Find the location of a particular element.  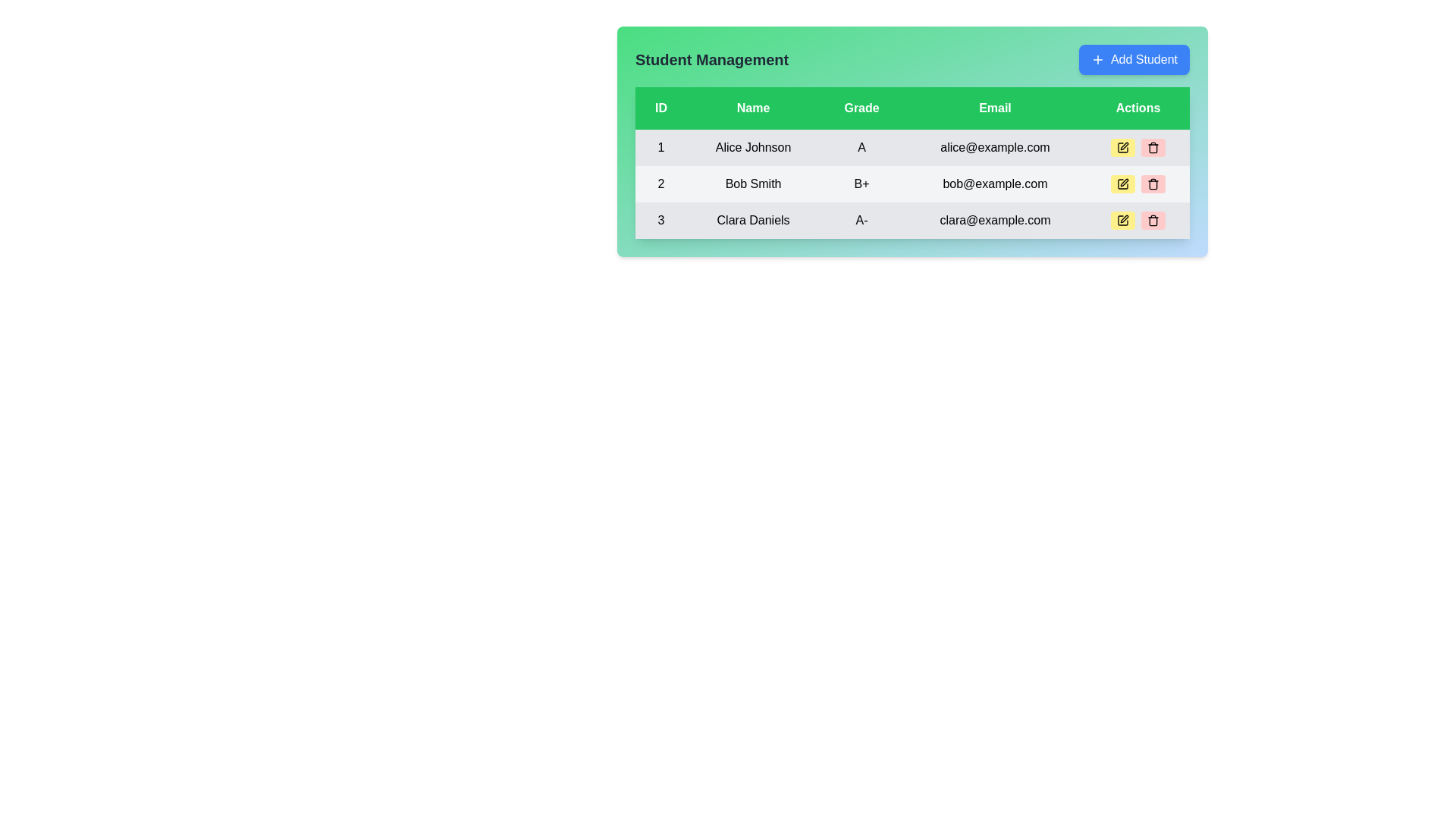

the 'Actions' text label located in the header row of the table component, which is the fifth column and positioned to the far-right, following the 'Email' column is located at coordinates (1138, 107).